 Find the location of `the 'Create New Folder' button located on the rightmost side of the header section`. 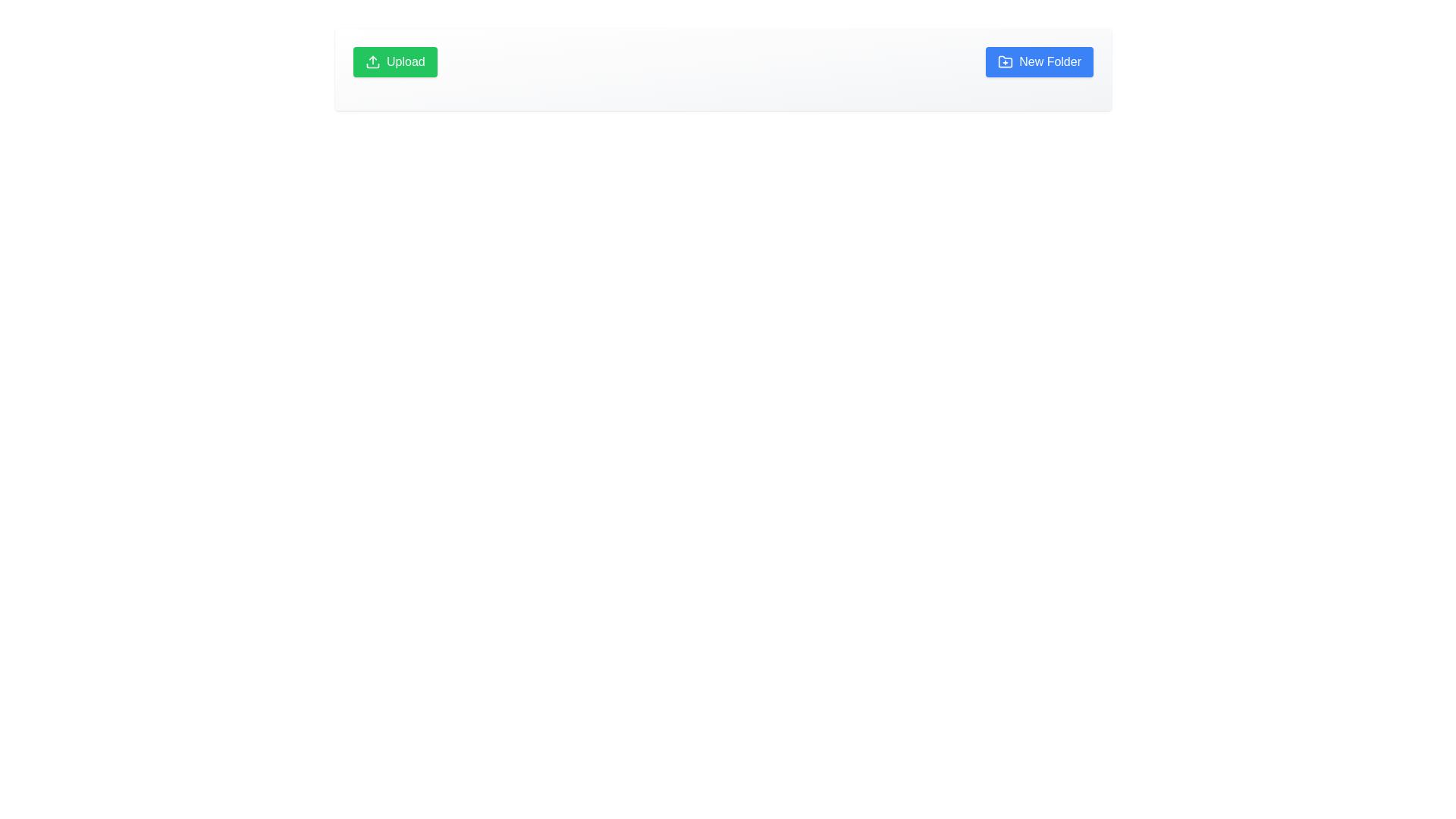

the 'Create New Folder' button located on the rightmost side of the header section is located at coordinates (1039, 61).